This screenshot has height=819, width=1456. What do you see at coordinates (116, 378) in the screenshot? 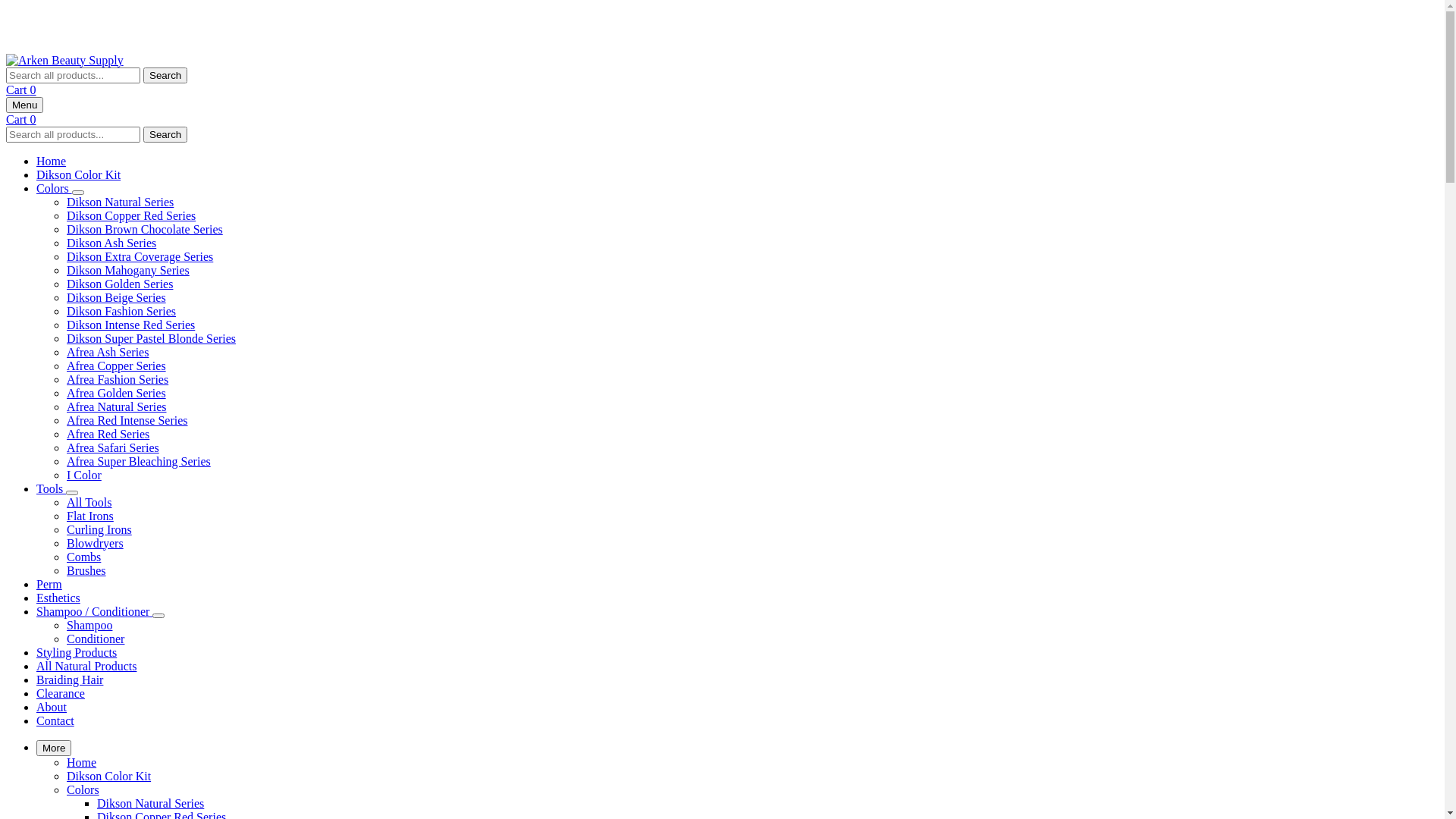
I see `'Afrea Fashion Series'` at bounding box center [116, 378].